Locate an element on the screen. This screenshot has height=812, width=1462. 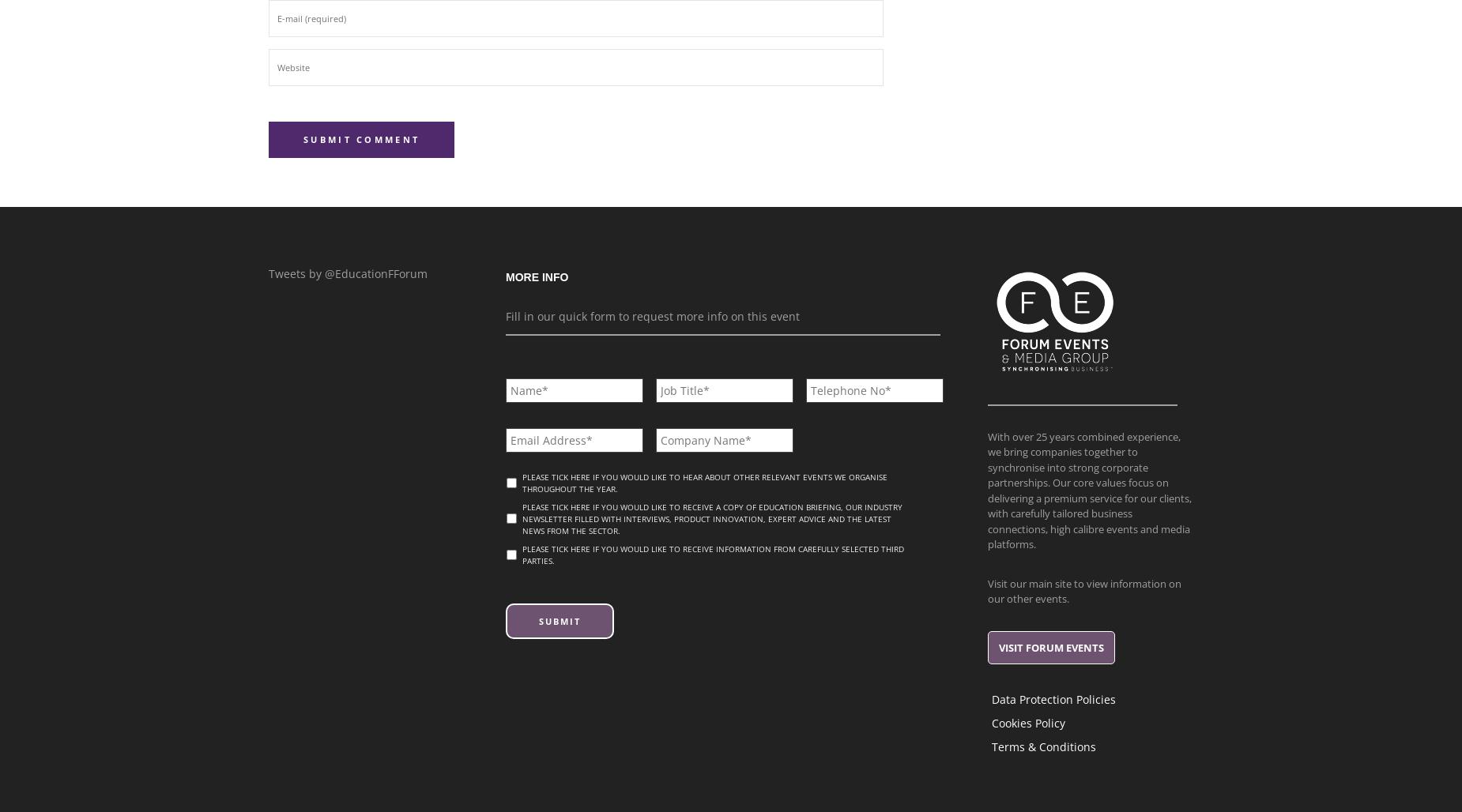
'More info' is located at coordinates (537, 276).